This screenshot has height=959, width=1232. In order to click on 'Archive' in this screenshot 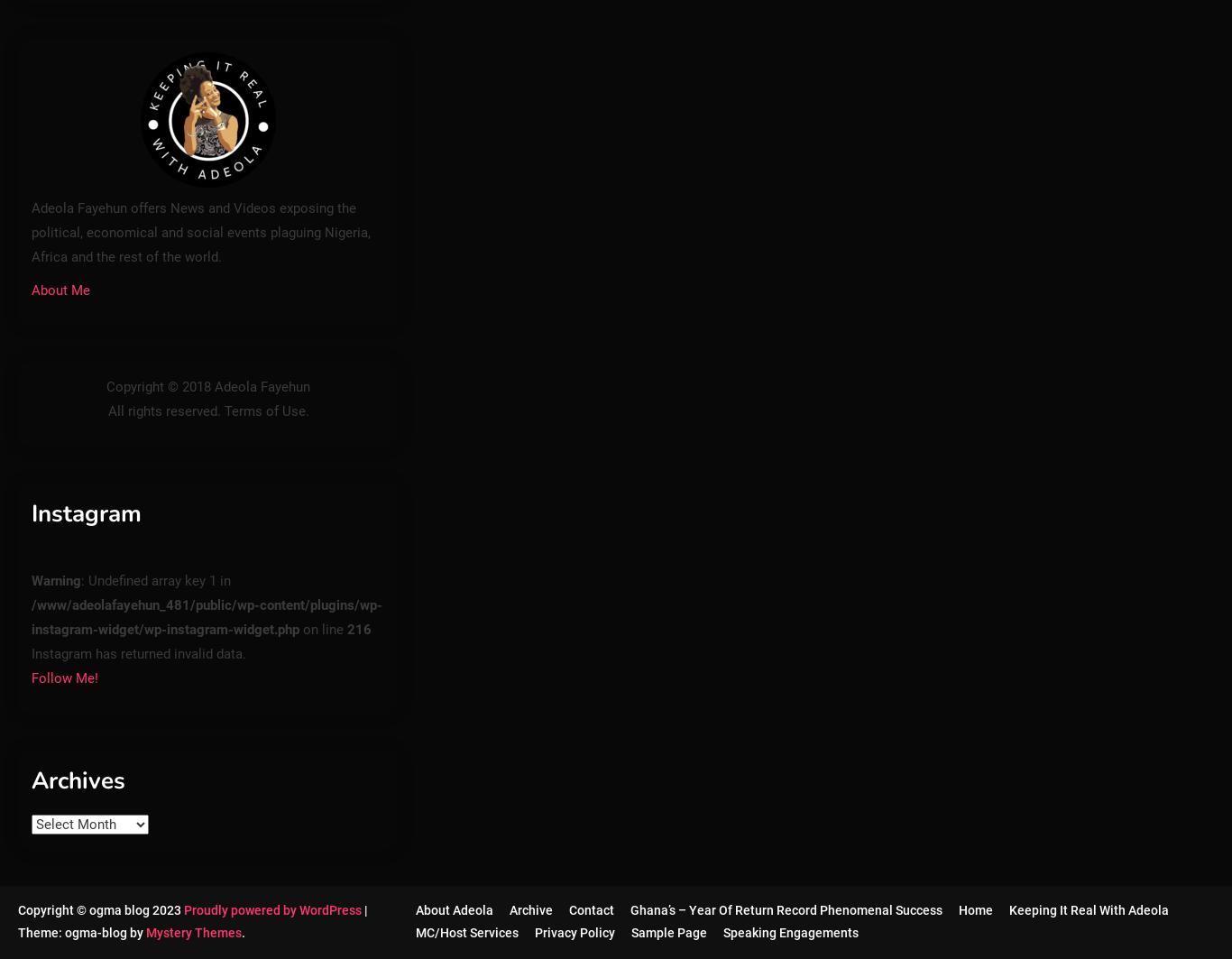, I will do `click(529, 908)`.